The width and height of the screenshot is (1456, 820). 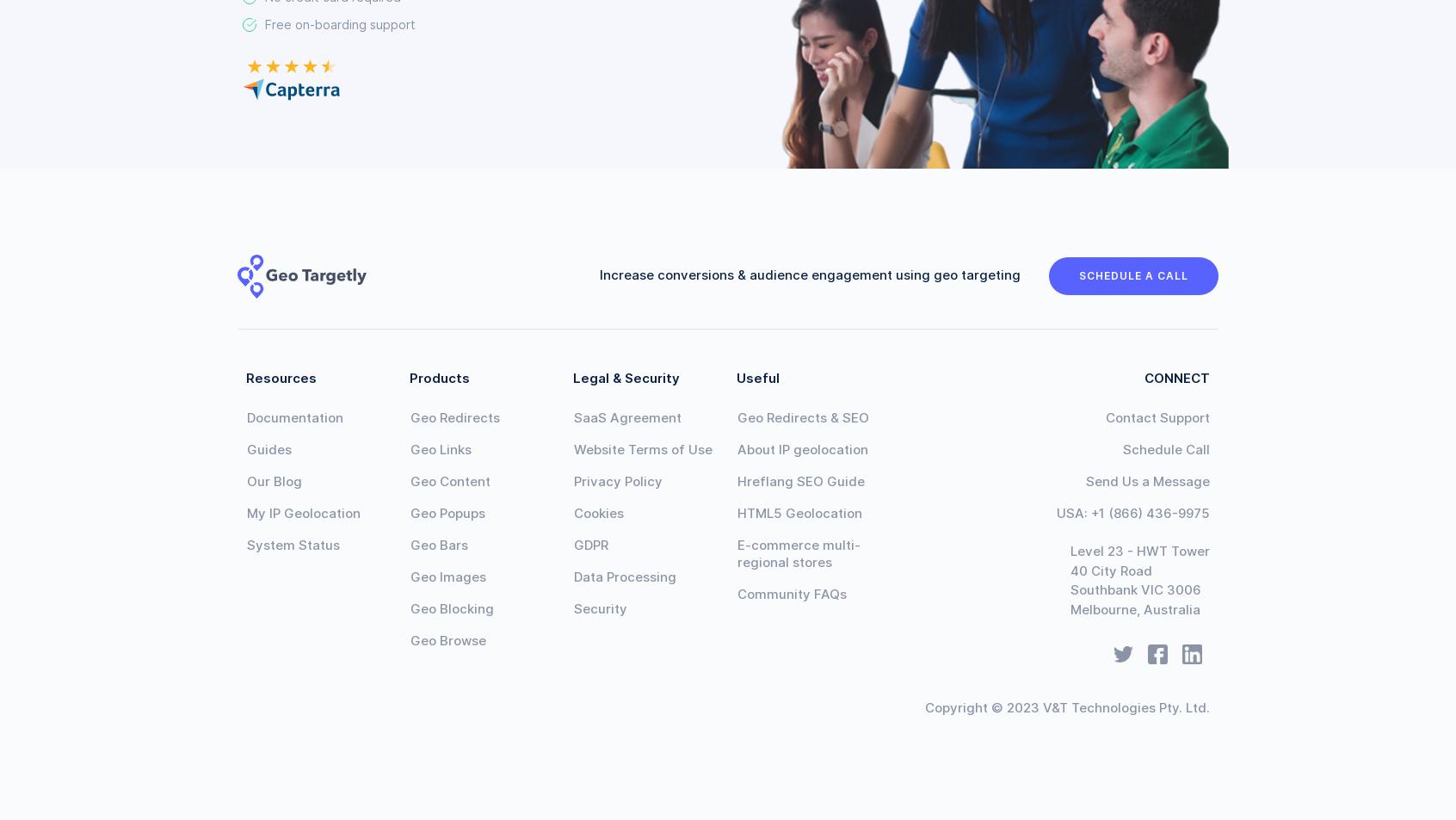 I want to click on 'Guides', so click(x=268, y=449).